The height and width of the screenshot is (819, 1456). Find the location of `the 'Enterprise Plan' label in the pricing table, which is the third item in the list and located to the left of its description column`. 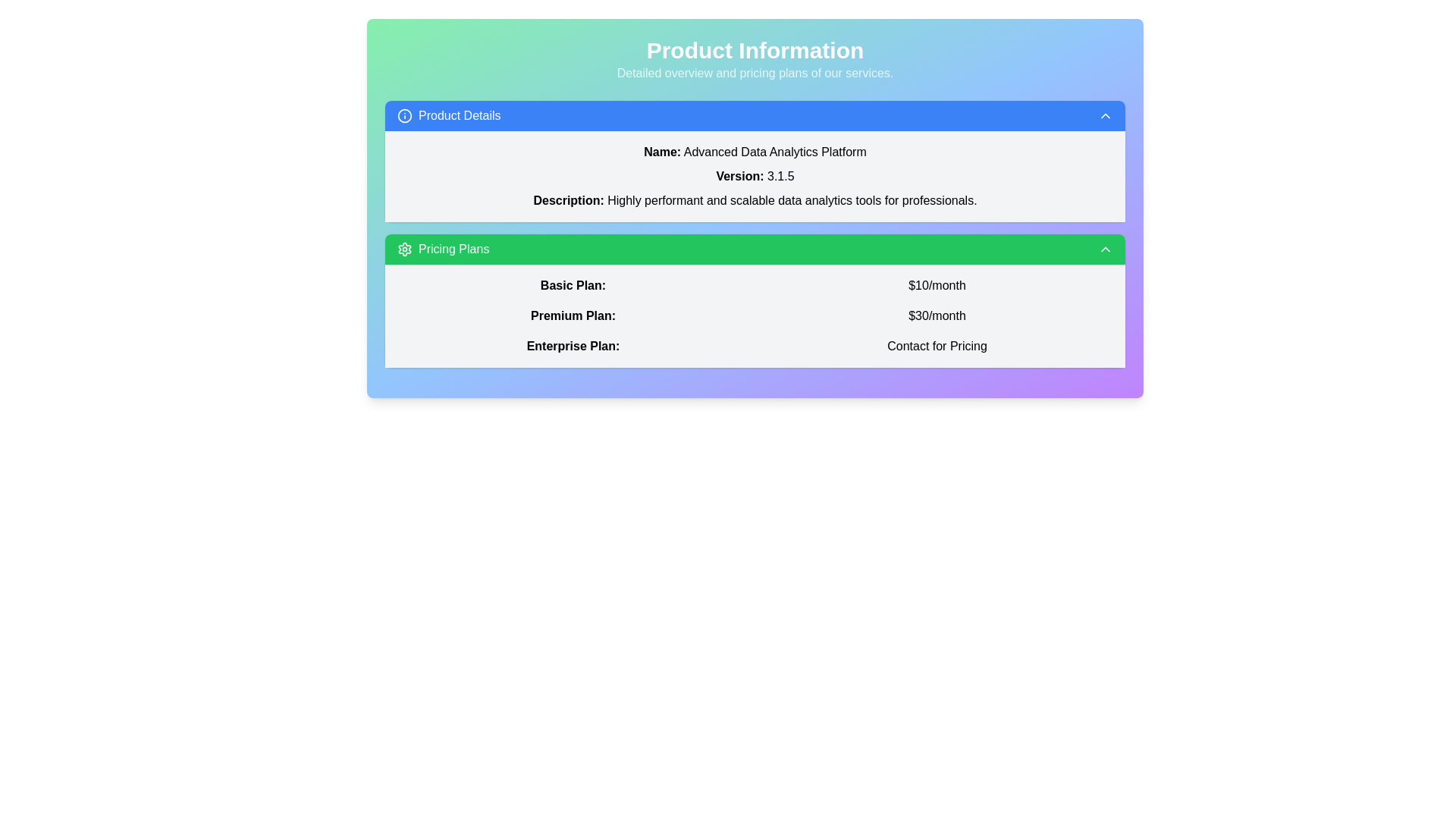

the 'Enterprise Plan' label in the pricing table, which is the third item in the list and located to the left of its description column is located at coordinates (572, 346).